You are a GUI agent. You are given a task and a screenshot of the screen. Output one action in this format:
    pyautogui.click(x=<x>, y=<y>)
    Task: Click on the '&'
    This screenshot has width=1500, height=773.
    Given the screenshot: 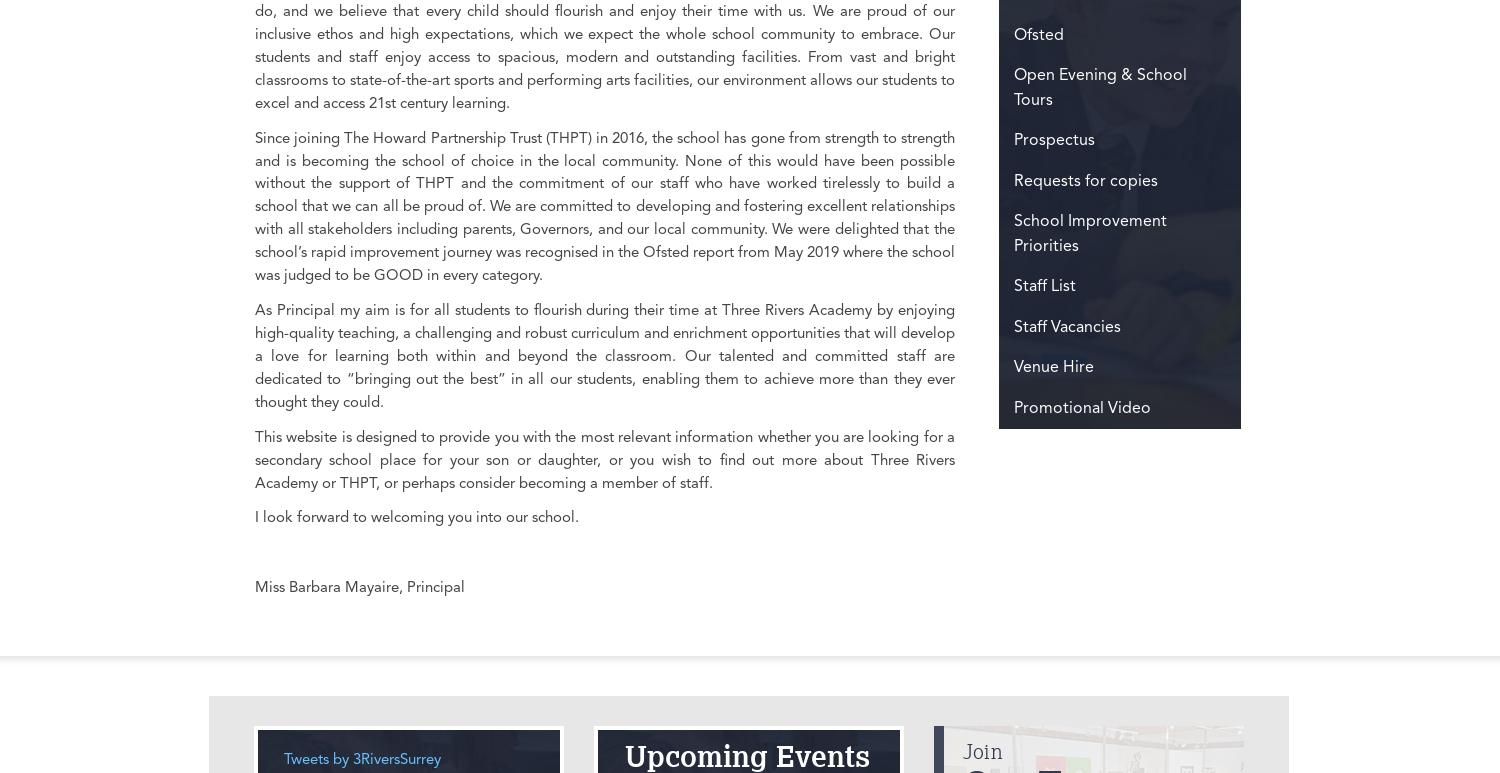 What is the action you would take?
    pyautogui.click(x=1074, y=178)
    